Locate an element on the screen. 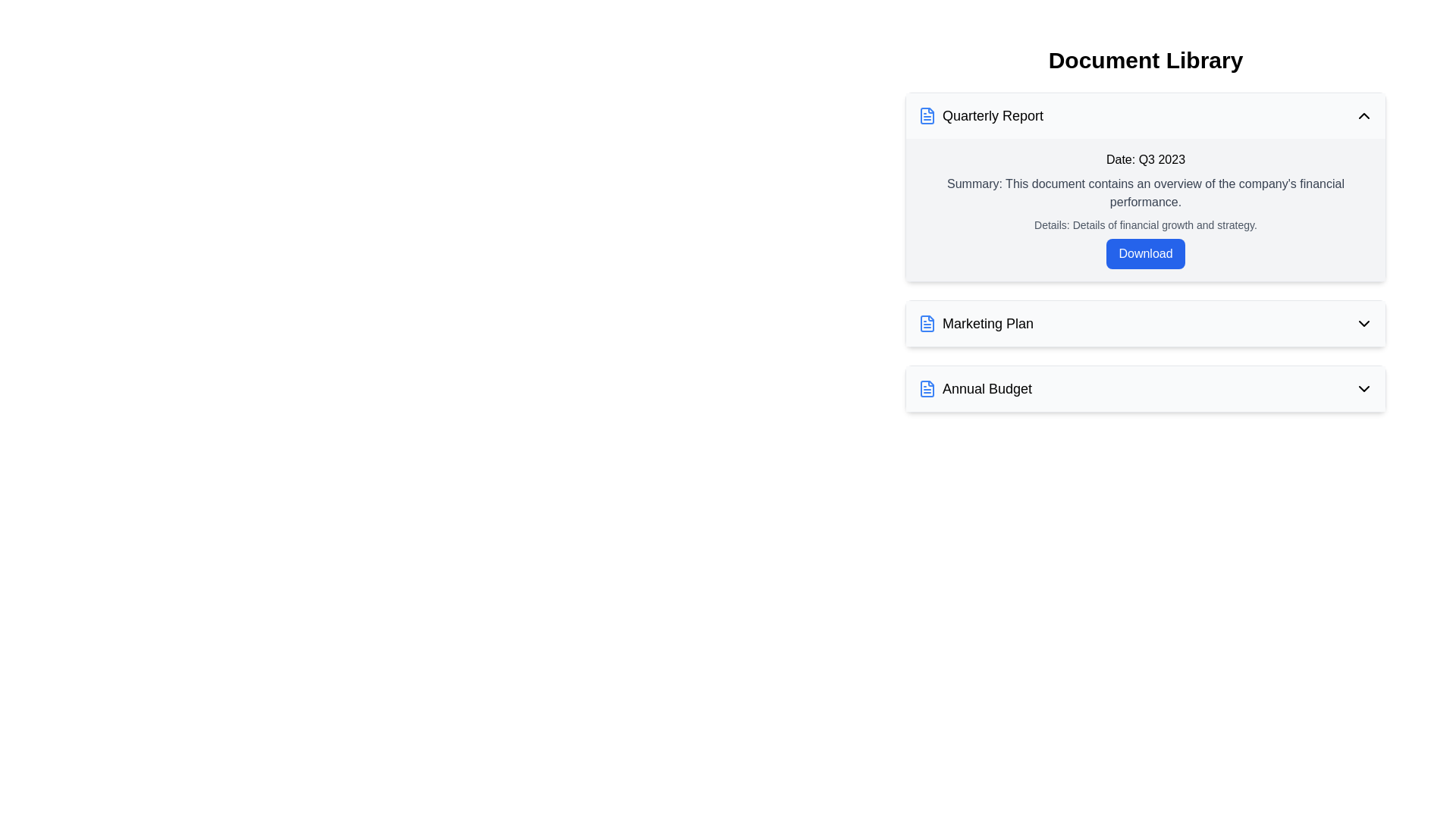 Image resolution: width=1456 pixels, height=819 pixels. the third text label that provides additional details about the financial context or strategy is located at coordinates (1146, 225).